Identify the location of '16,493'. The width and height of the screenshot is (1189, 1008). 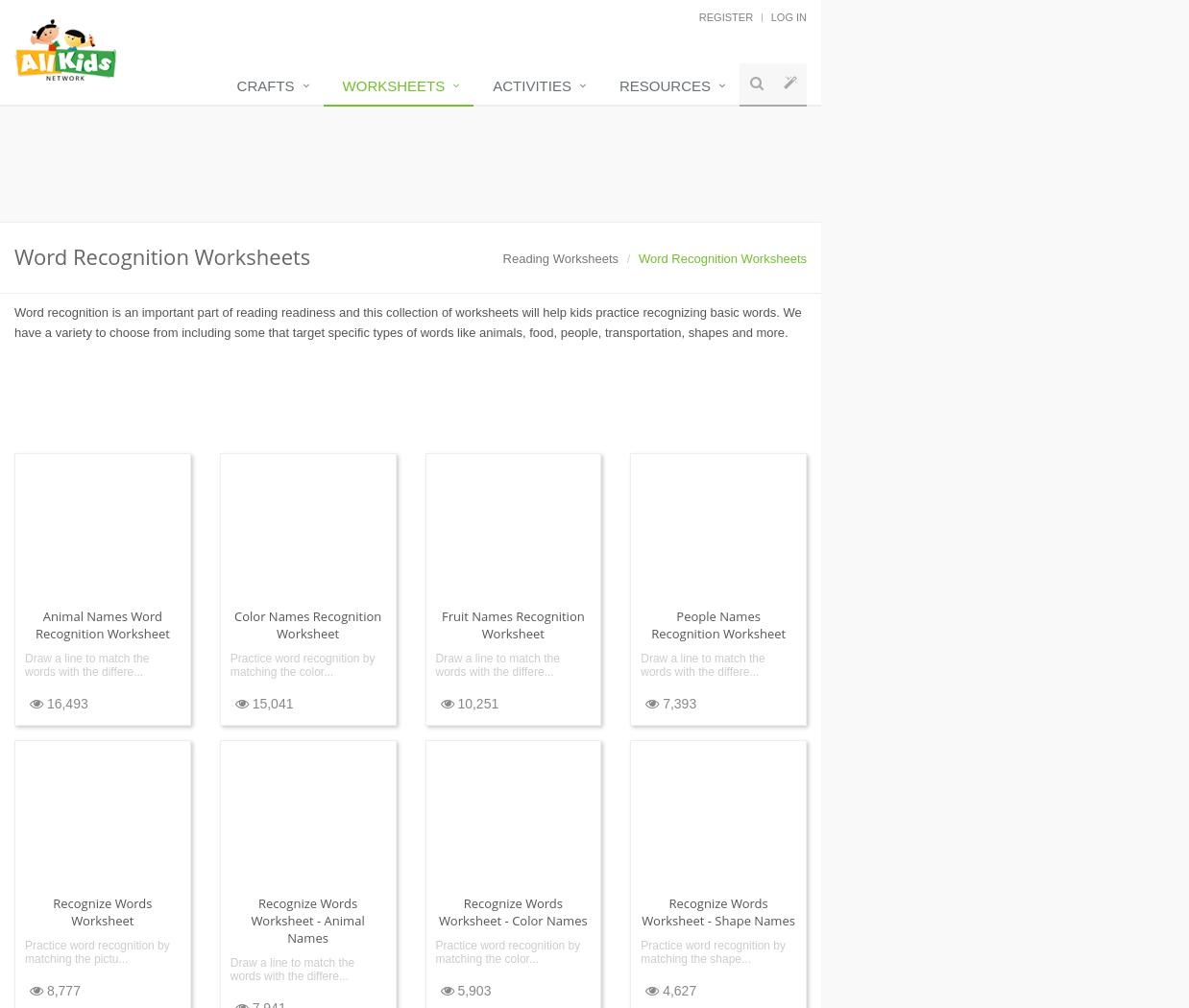
(63, 703).